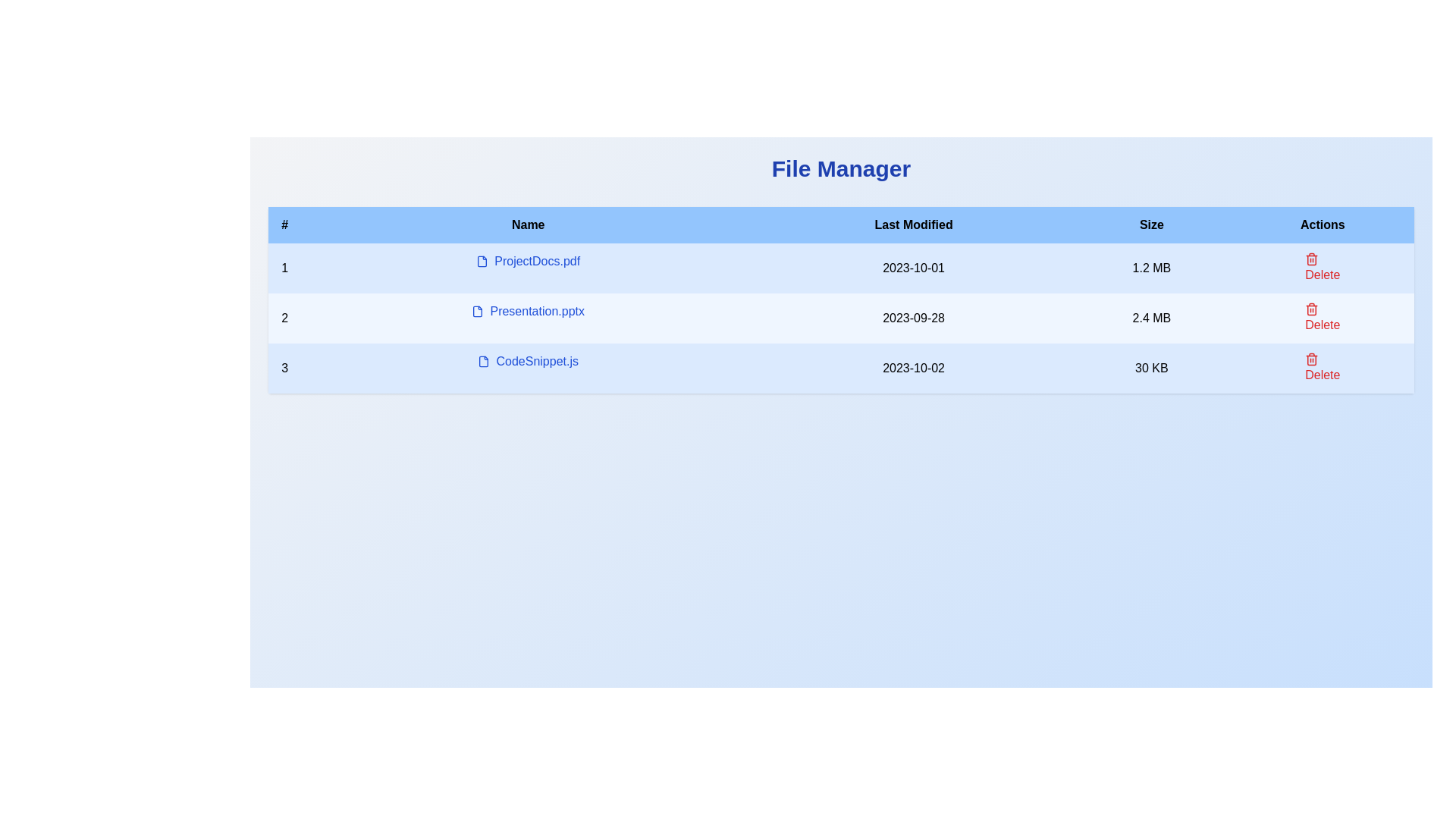 The image size is (1456, 819). I want to click on the header label for the row numbering column in the table, located at the top left among its siblings ('Name', 'Last Modified', 'Size', 'Actions'), so click(284, 225).